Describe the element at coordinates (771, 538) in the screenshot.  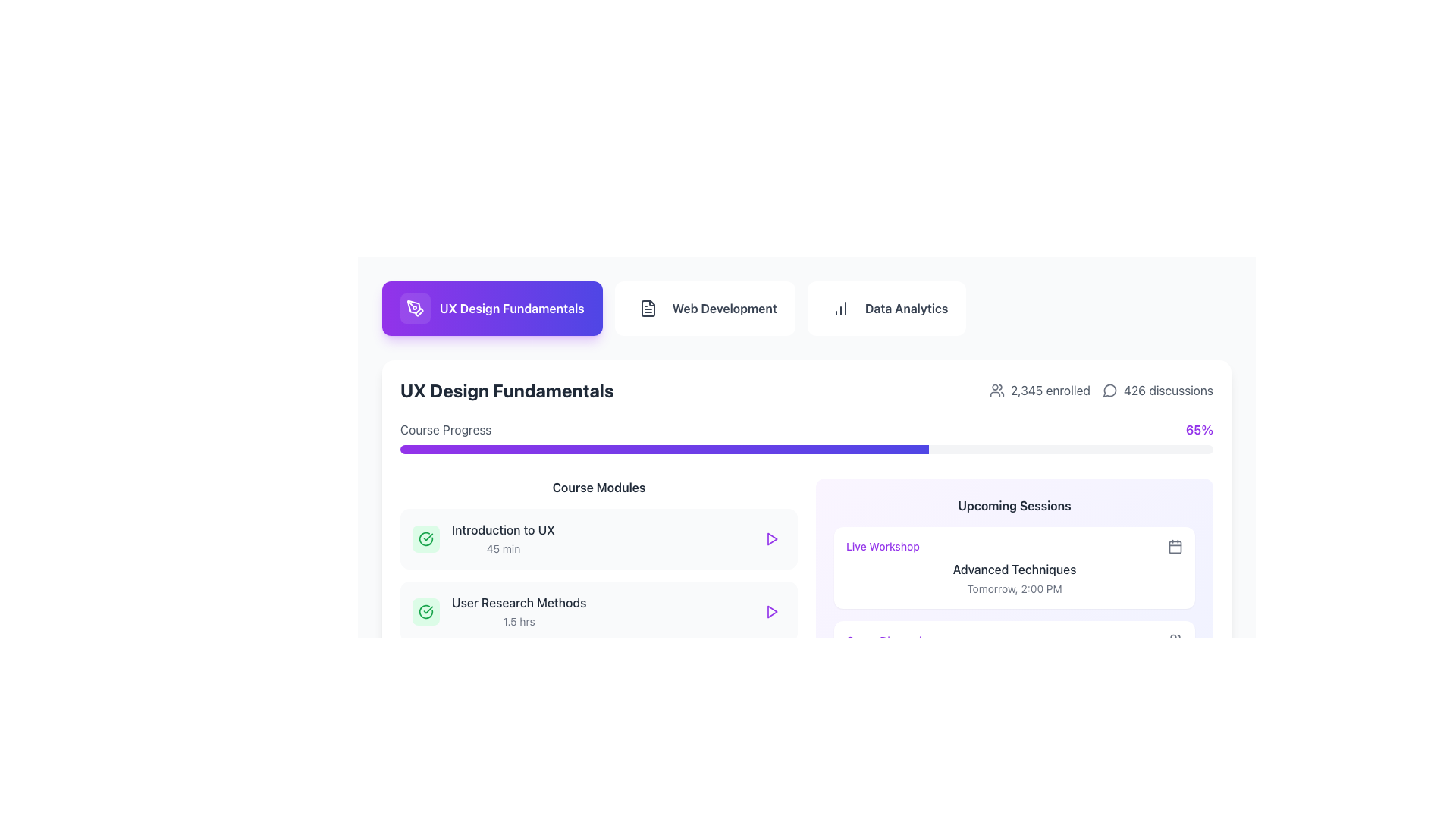
I see `the triangular play icon with a bold purple border for the 'Introduction to UX' course module` at that location.